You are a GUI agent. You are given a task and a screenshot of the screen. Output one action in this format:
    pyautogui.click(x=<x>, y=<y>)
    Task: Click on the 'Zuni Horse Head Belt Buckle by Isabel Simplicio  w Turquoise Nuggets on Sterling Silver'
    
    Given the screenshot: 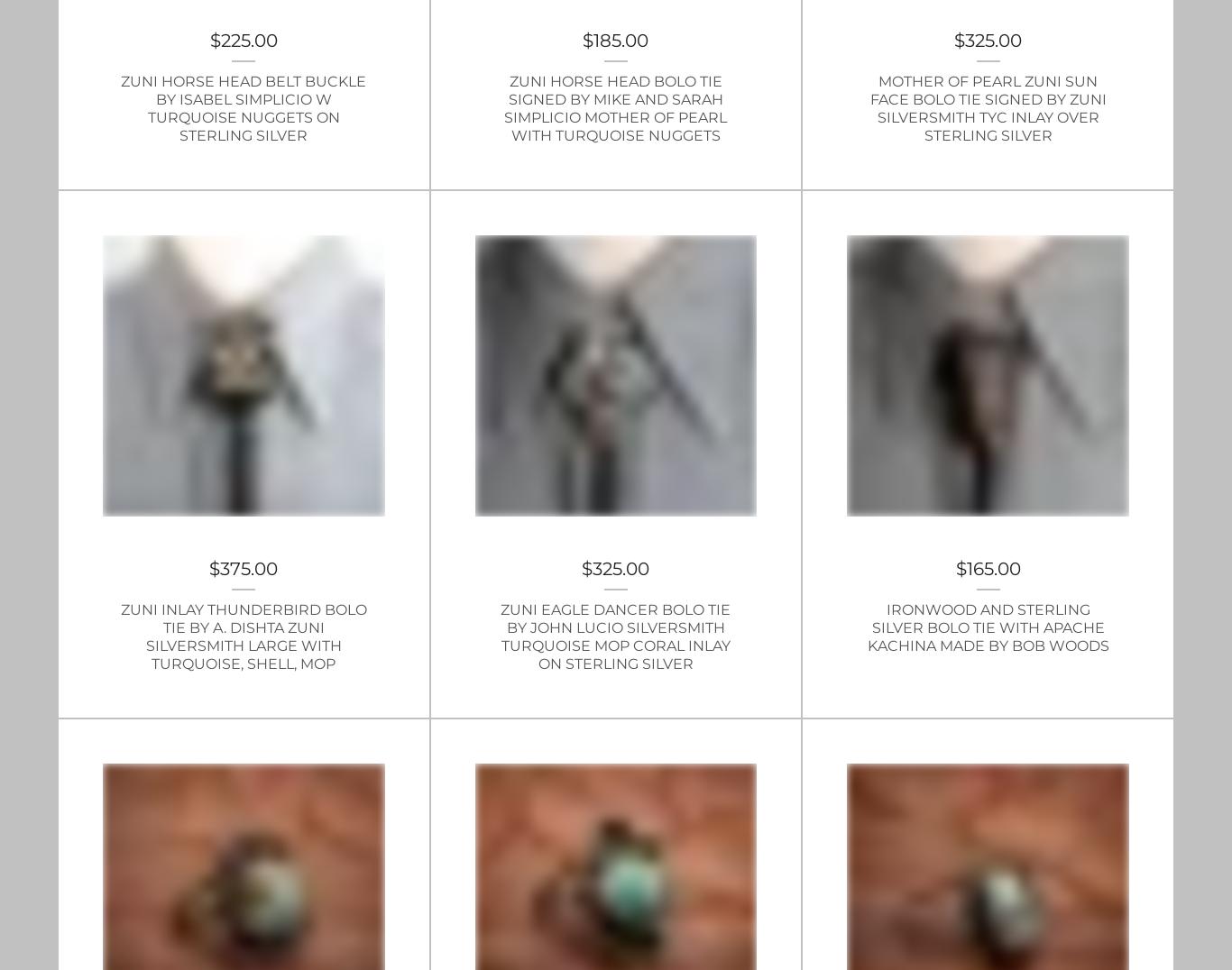 What is the action you would take?
    pyautogui.click(x=120, y=106)
    